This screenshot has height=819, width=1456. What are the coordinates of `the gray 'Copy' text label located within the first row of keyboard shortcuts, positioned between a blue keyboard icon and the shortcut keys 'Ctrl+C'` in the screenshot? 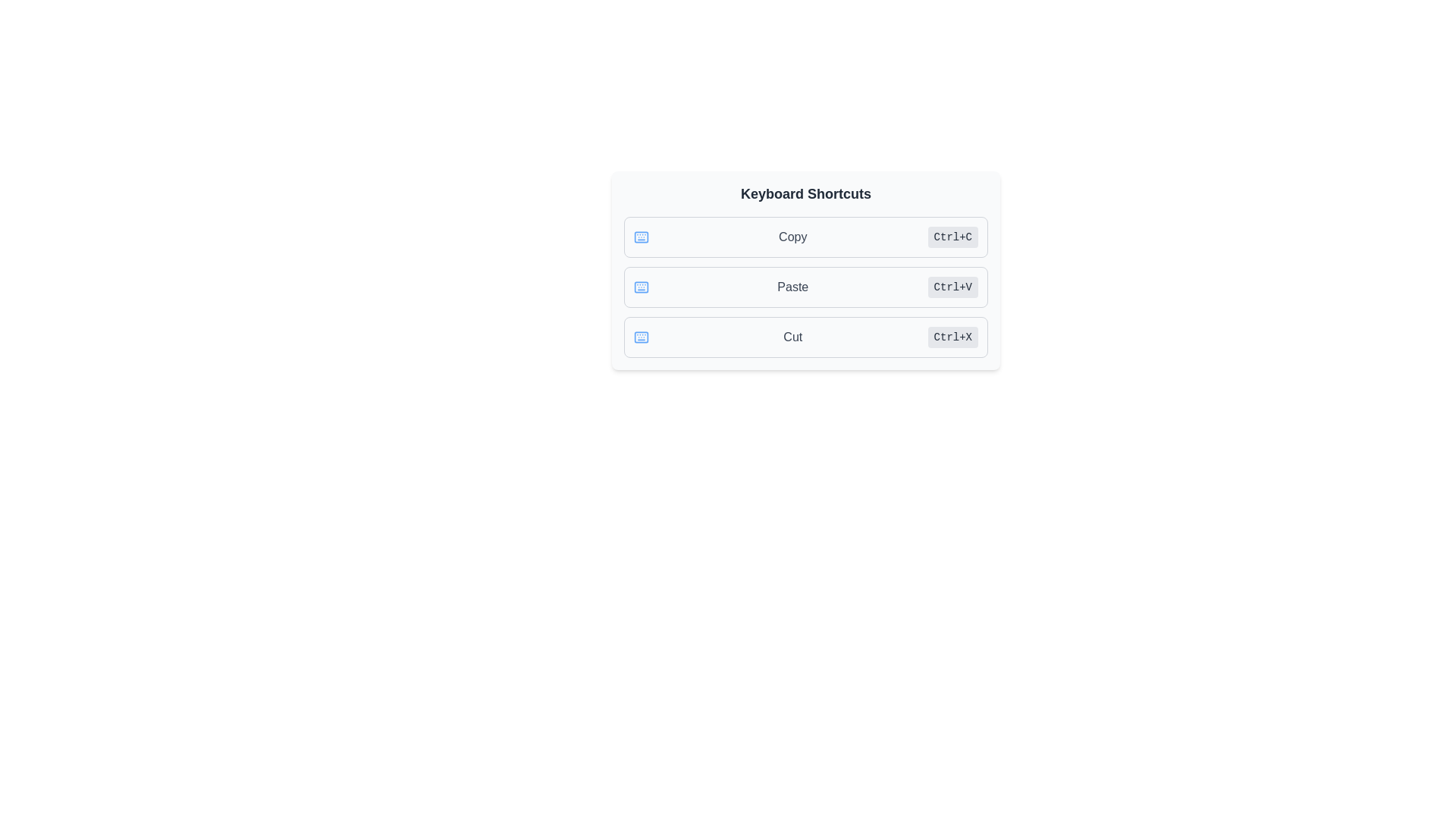 It's located at (792, 237).